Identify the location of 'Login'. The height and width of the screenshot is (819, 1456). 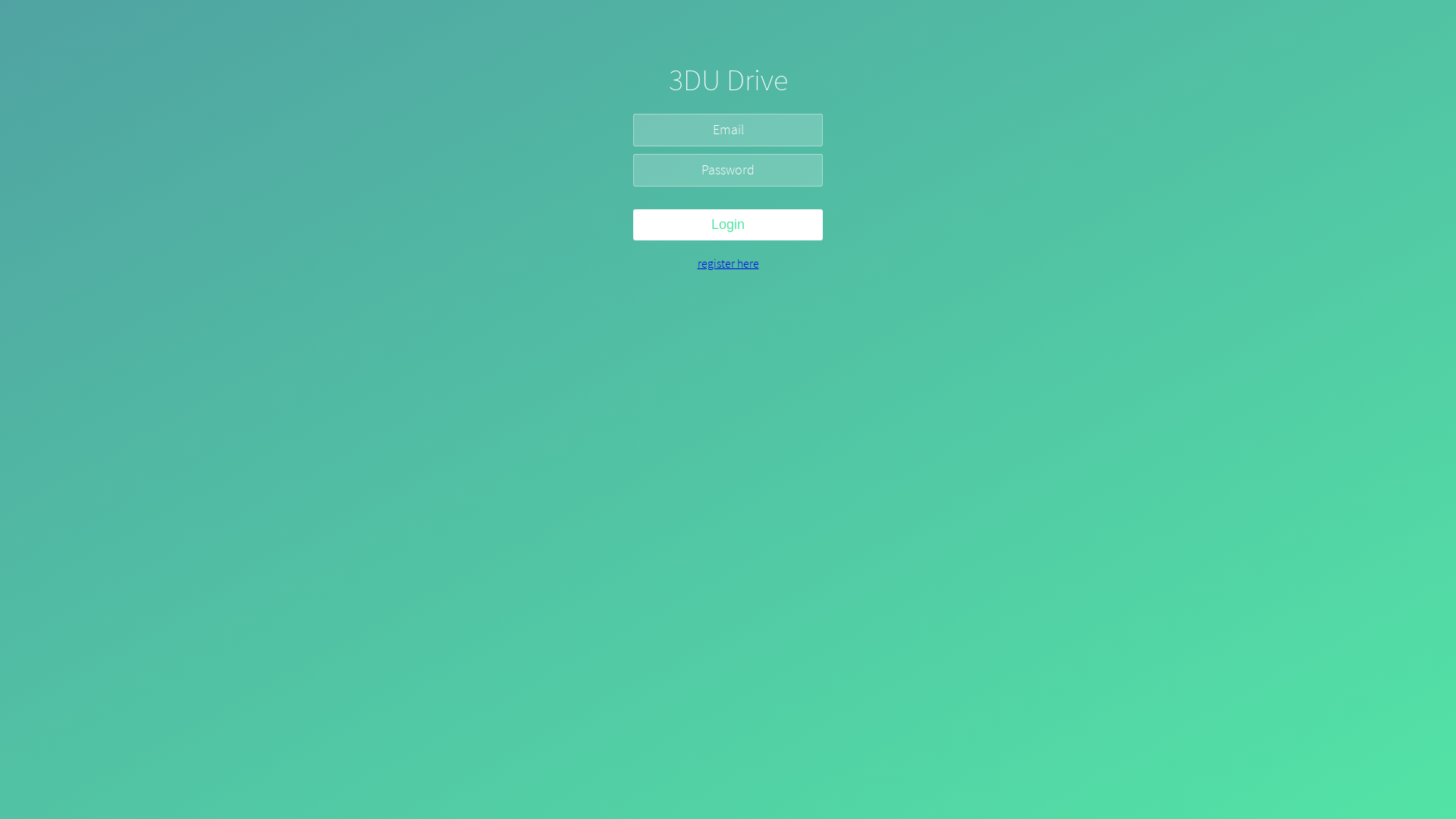
(728, 224).